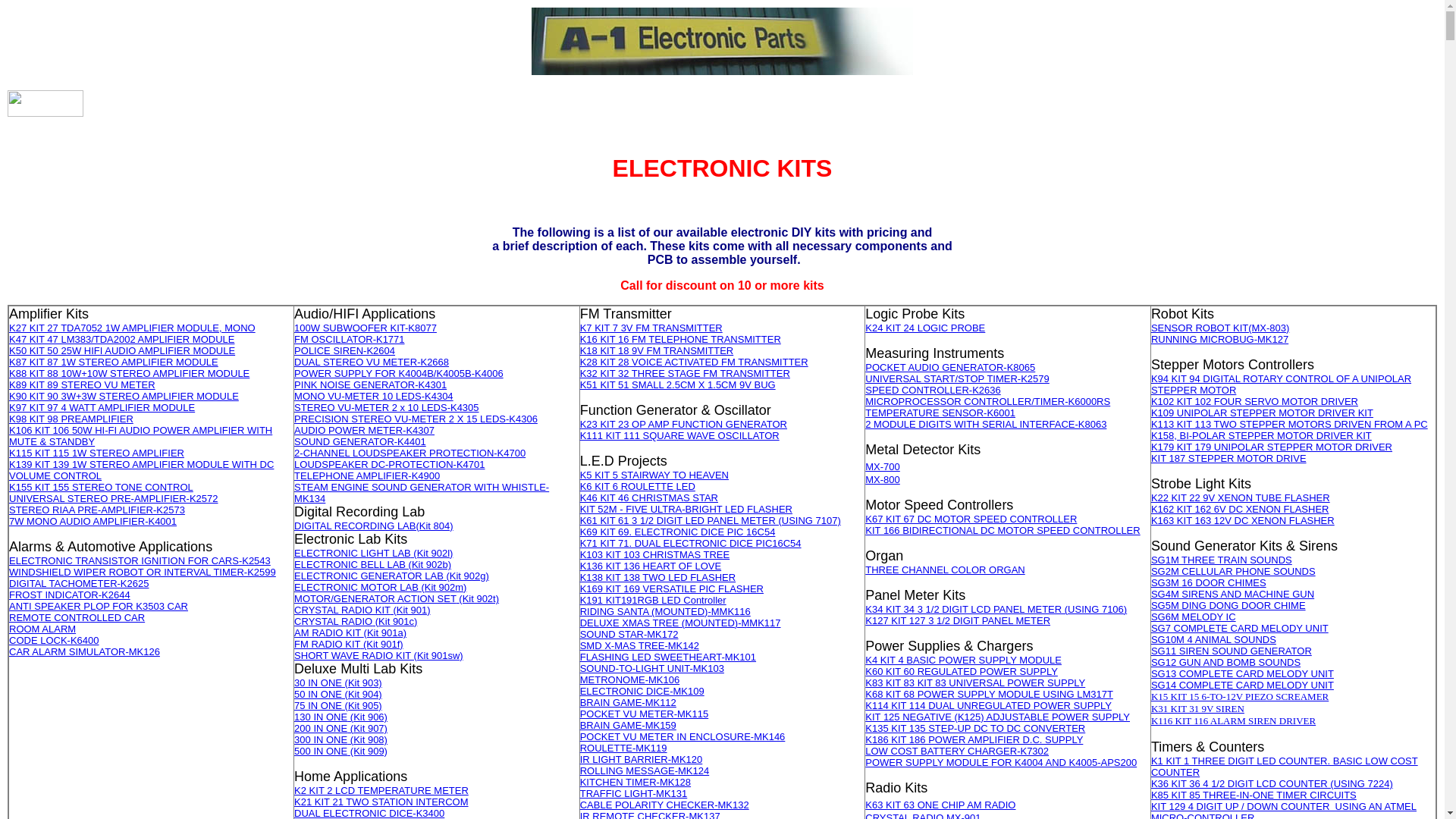  Describe the element at coordinates (924, 327) in the screenshot. I see `'K24 KIT 24 LOGIC PROBE'` at that location.